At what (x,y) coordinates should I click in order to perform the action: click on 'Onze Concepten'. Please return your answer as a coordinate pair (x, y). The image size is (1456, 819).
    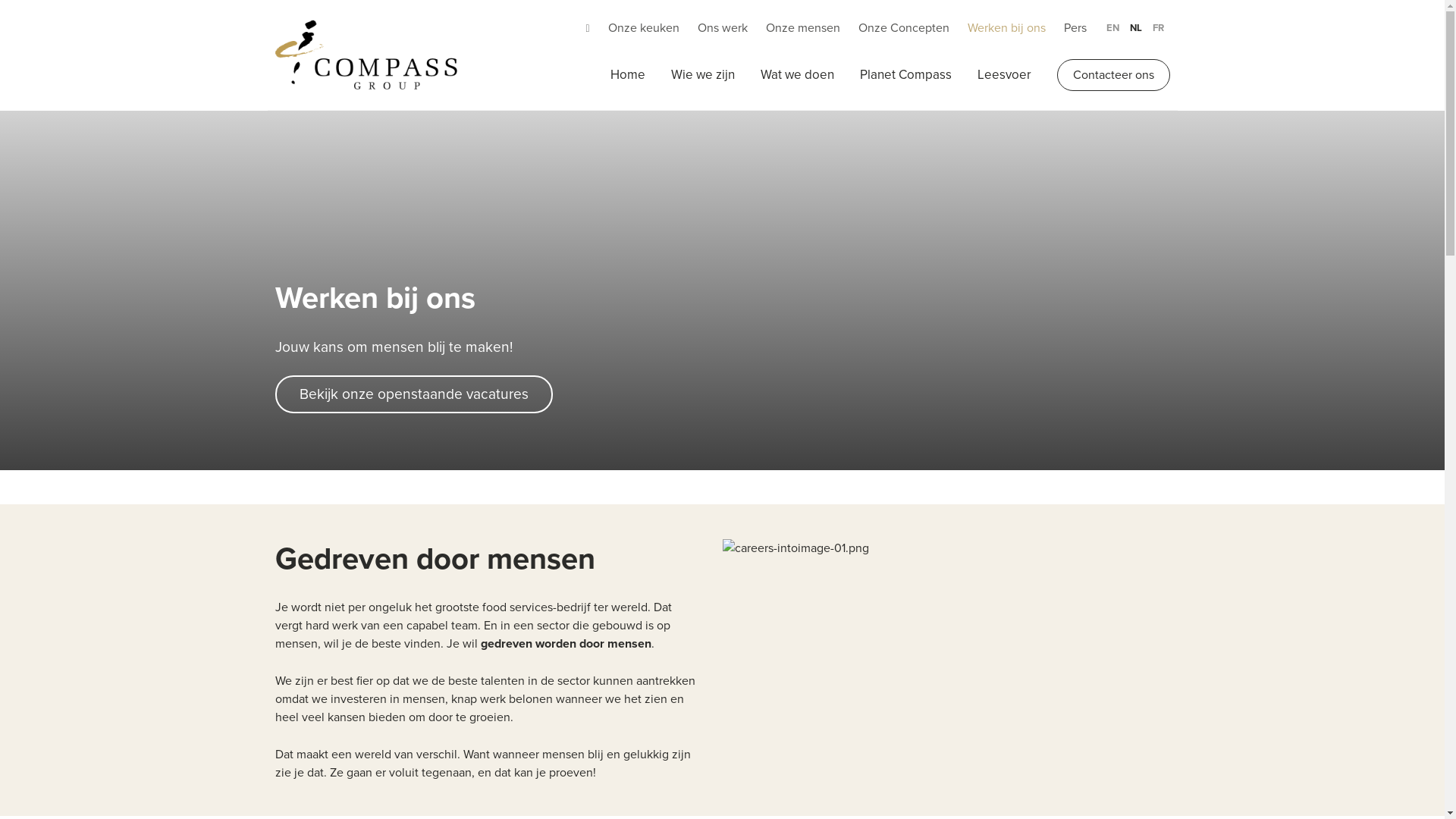
    Looking at the image, I should click on (903, 28).